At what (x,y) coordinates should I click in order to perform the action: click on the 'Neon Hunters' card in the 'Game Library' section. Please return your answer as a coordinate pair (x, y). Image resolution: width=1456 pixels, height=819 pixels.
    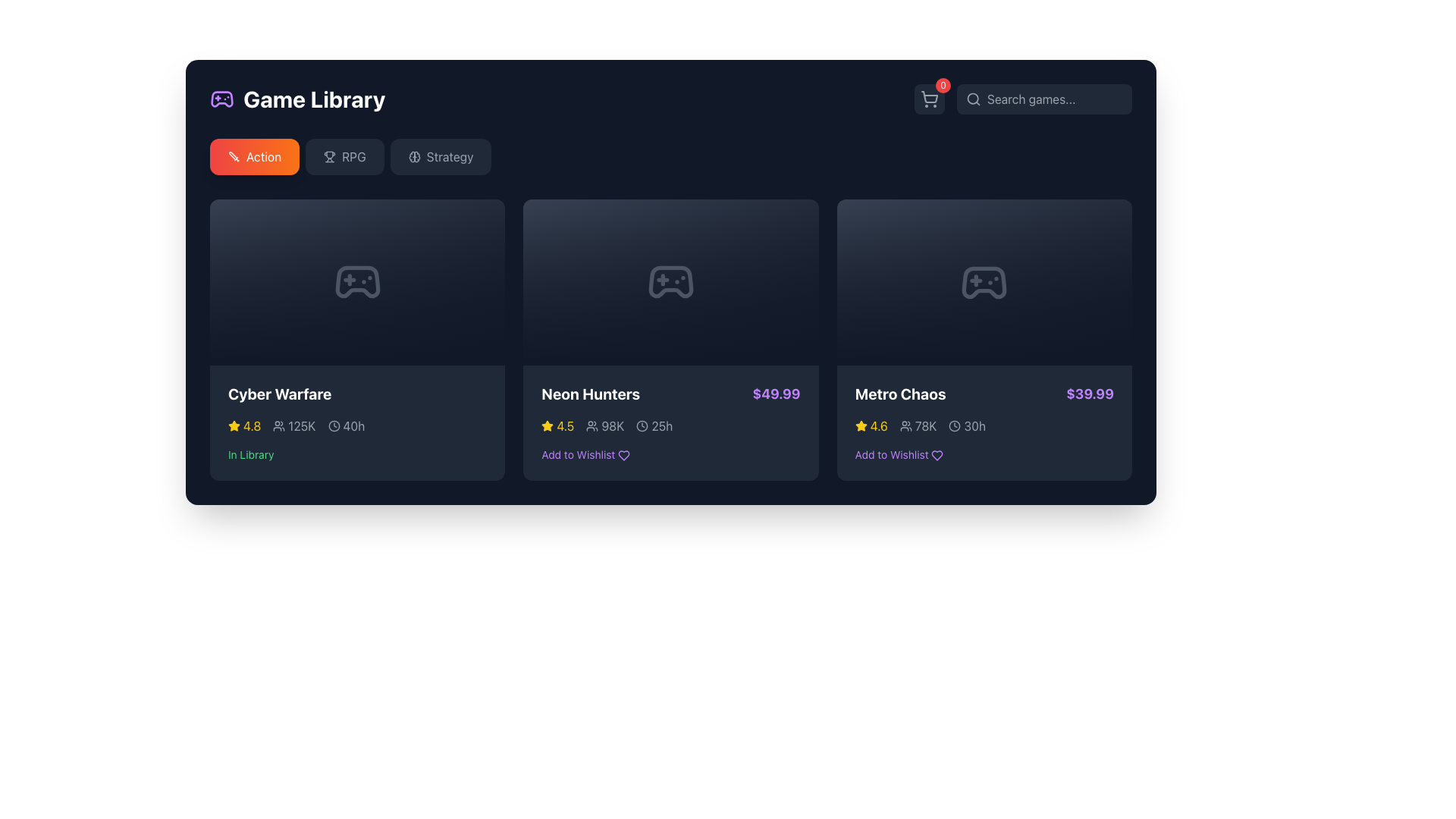
    Looking at the image, I should click on (670, 422).